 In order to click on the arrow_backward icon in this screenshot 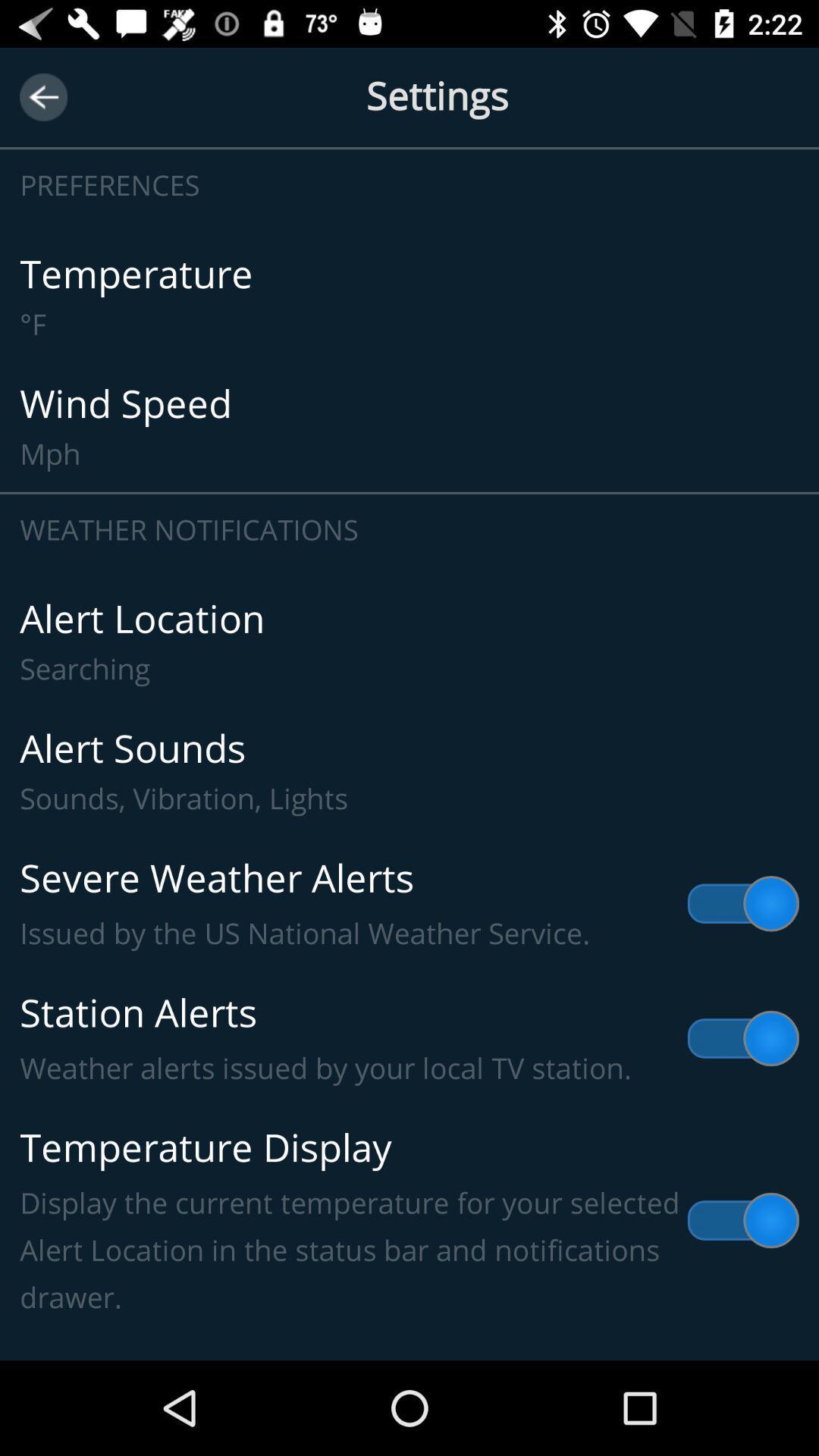, I will do `click(42, 96)`.